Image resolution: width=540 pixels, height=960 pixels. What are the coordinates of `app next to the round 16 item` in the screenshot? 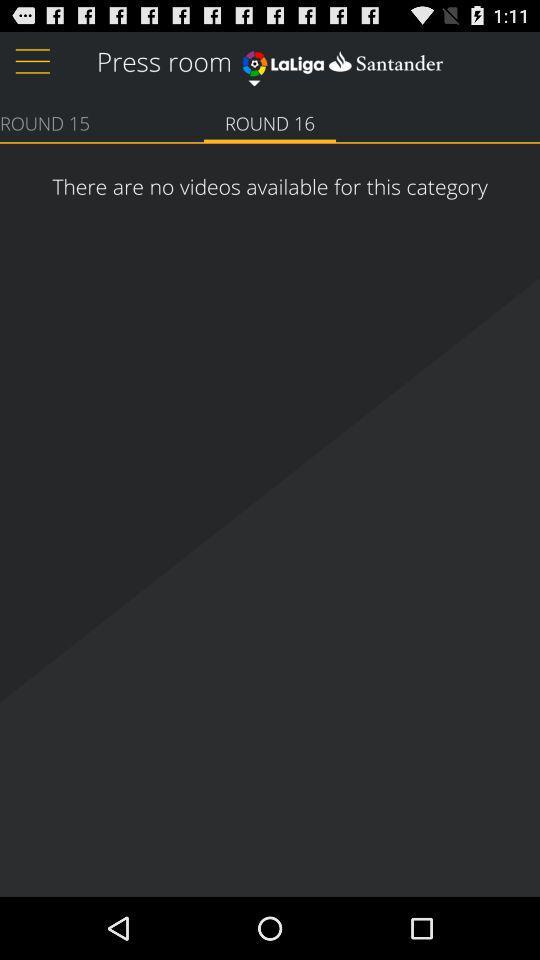 It's located at (44, 121).